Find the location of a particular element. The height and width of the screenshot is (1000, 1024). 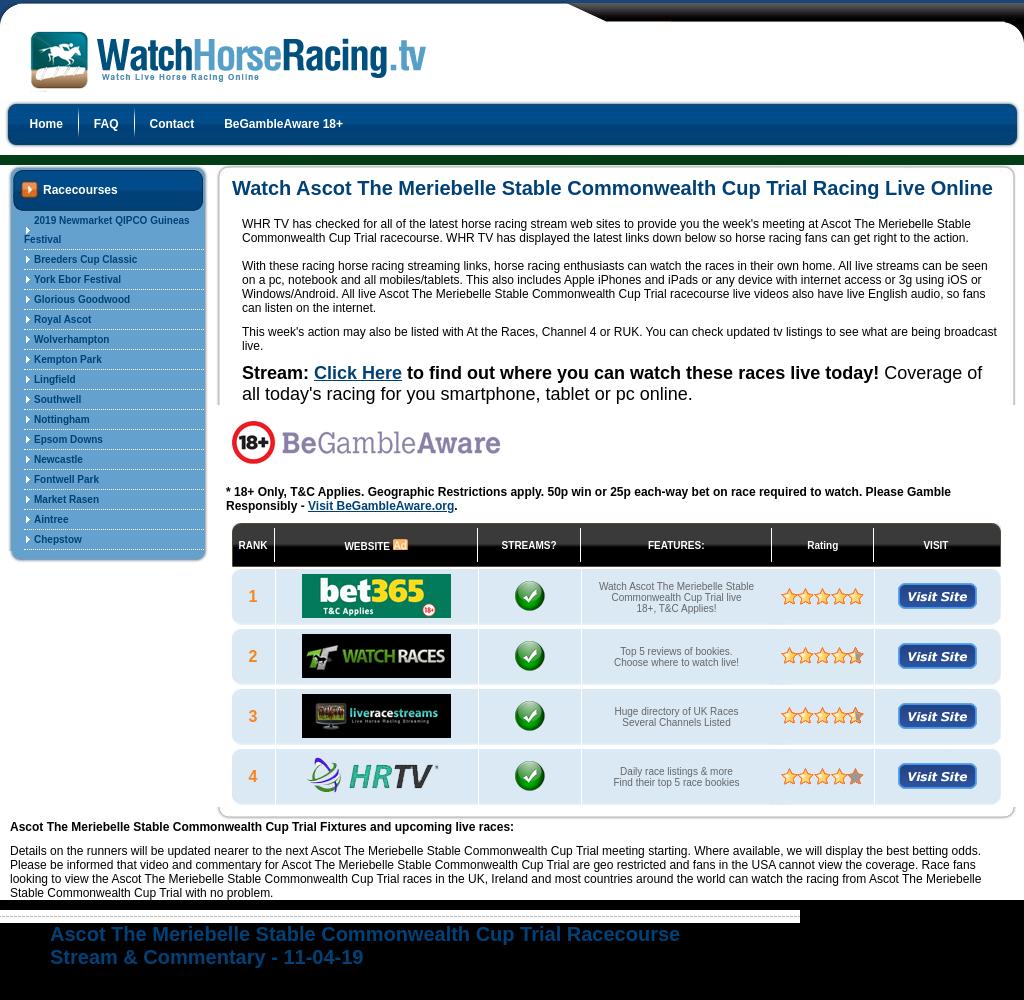

'Ascot The Meriebelle Stable Commonwealth Cup Trial   Racecourse Stream & Commentary -' is located at coordinates (48, 944).